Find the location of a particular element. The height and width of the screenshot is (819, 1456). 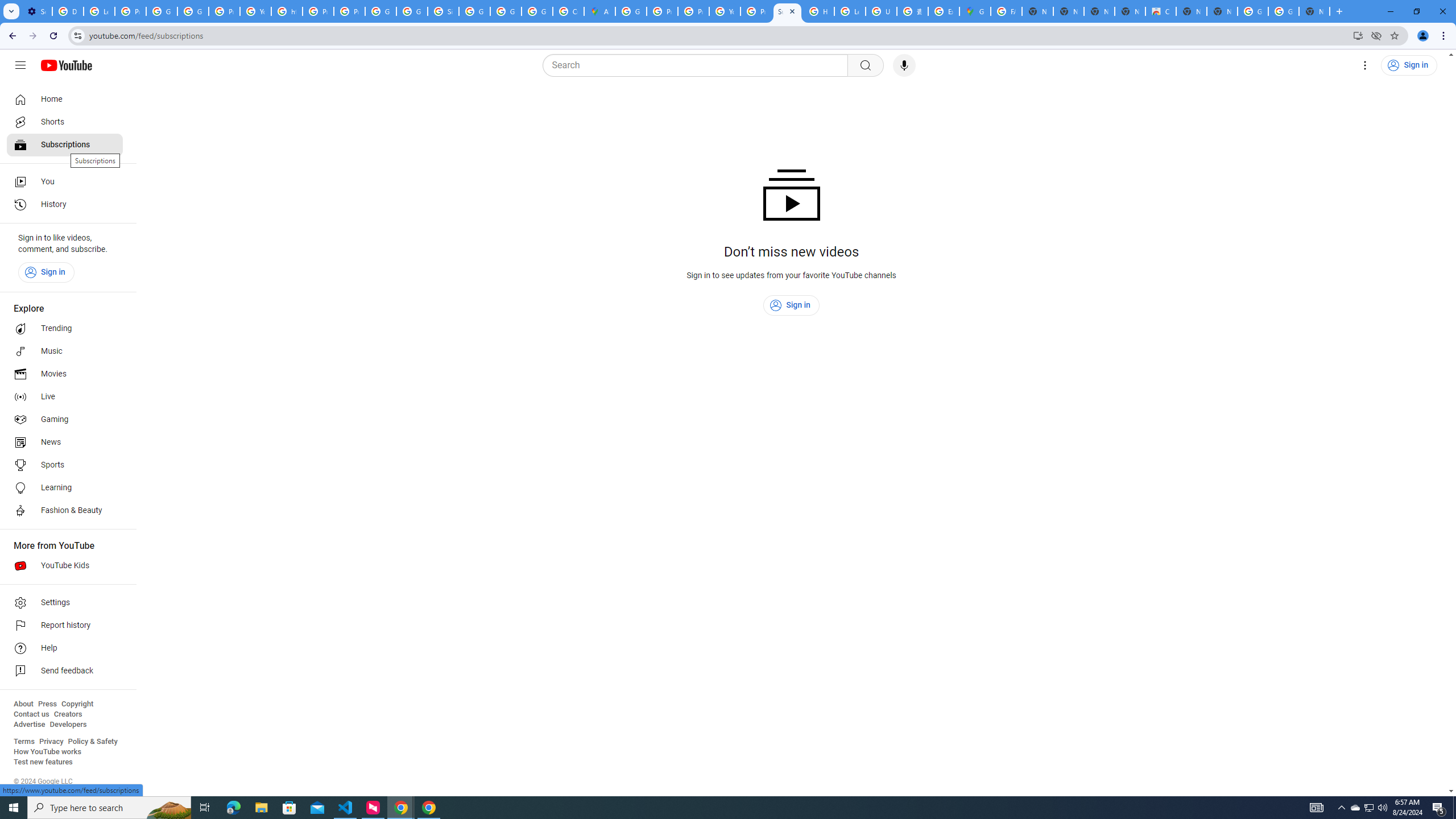

'Search with your voice' is located at coordinates (904, 65).